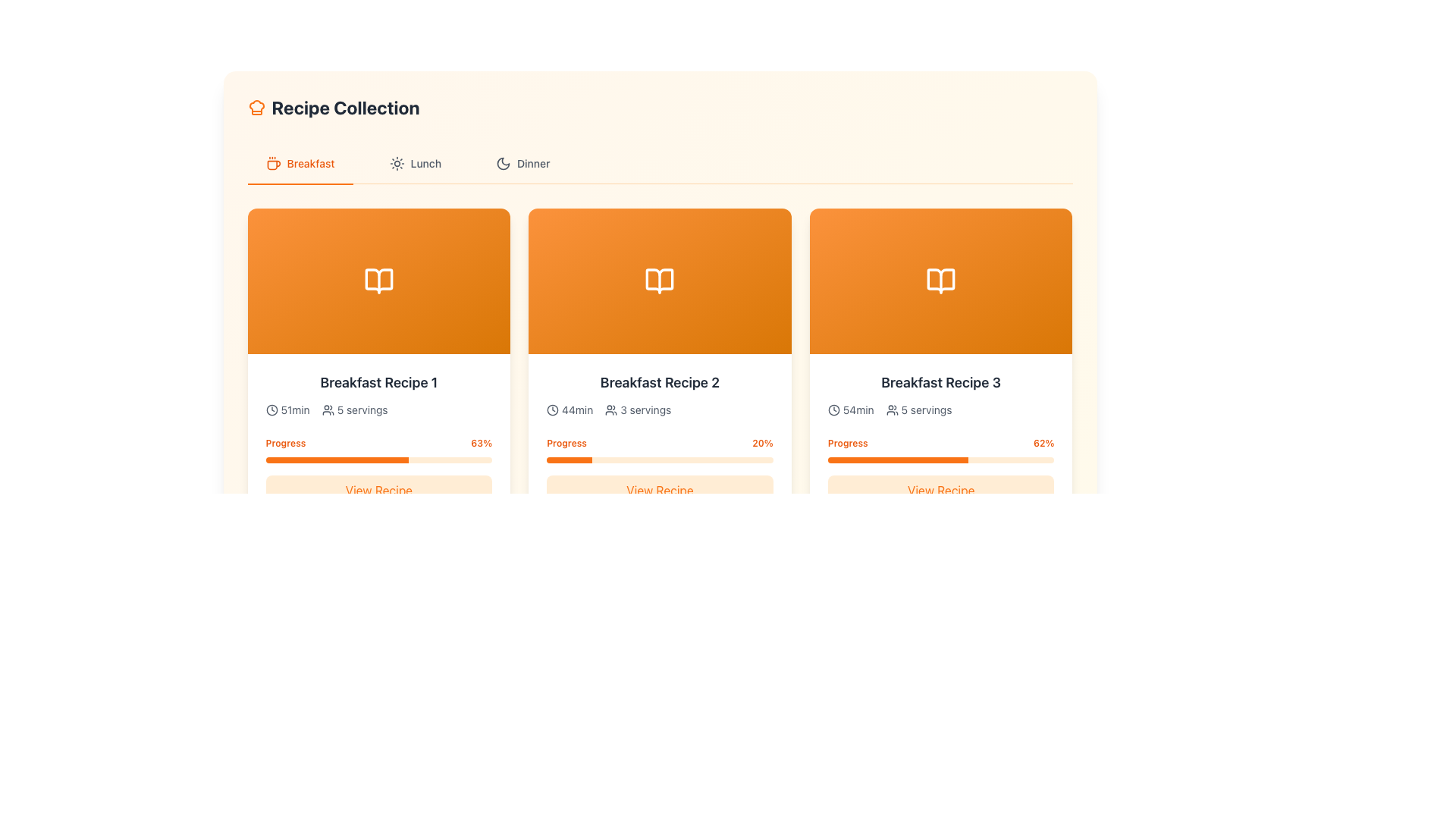  Describe the element at coordinates (522, 164) in the screenshot. I see `the dinner recipes navigation button located in the horizontal tab menu, positioned to the right of the 'Breakfast' and 'Lunch' tabs` at that location.